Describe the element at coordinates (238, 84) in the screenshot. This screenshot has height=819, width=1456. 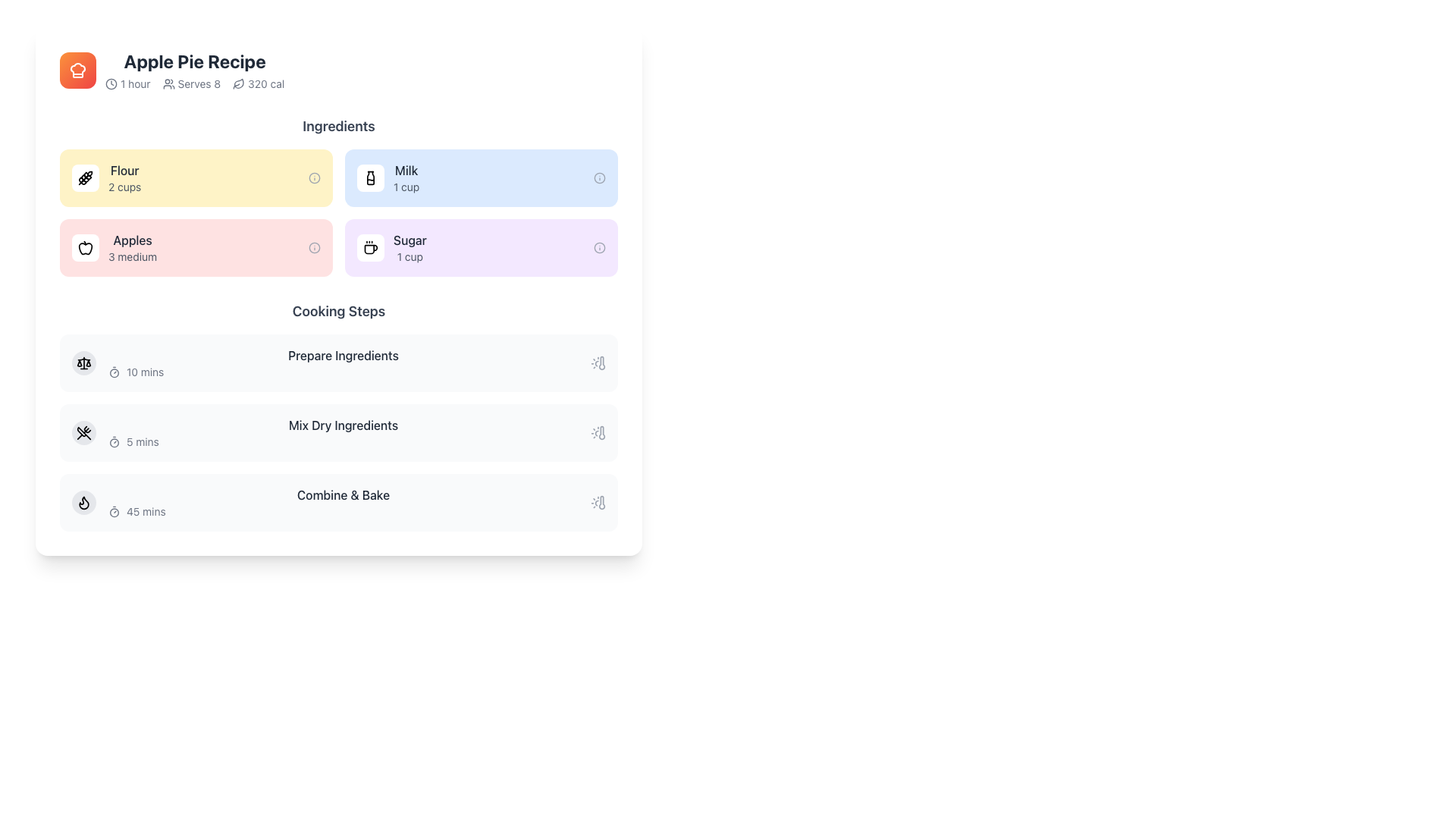
I see `leaf-shaped icon located to the left of the '320 cal' text in the top-right section of the recipe card header` at that location.